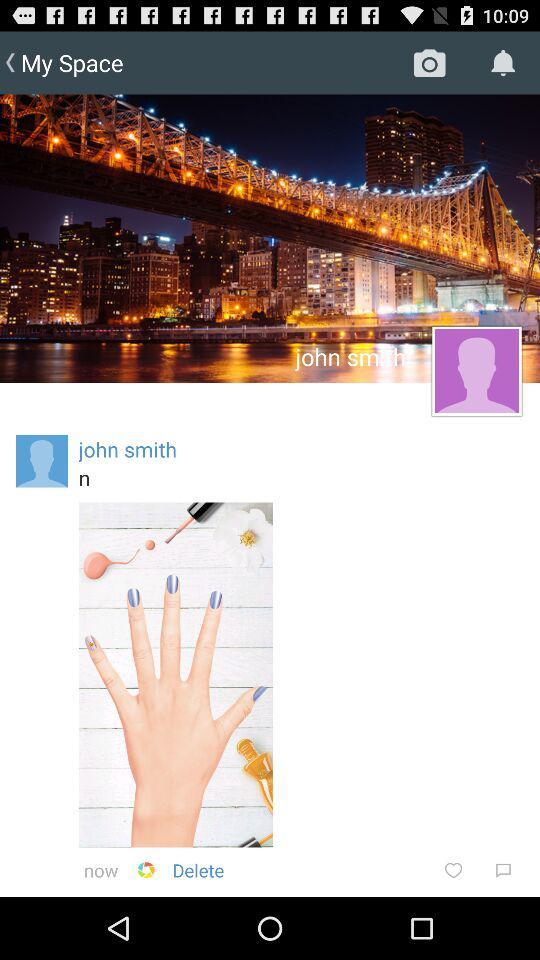 The width and height of the screenshot is (540, 960). Describe the element at coordinates (198, 869) in the screenshot. I see `the delete` at that location.